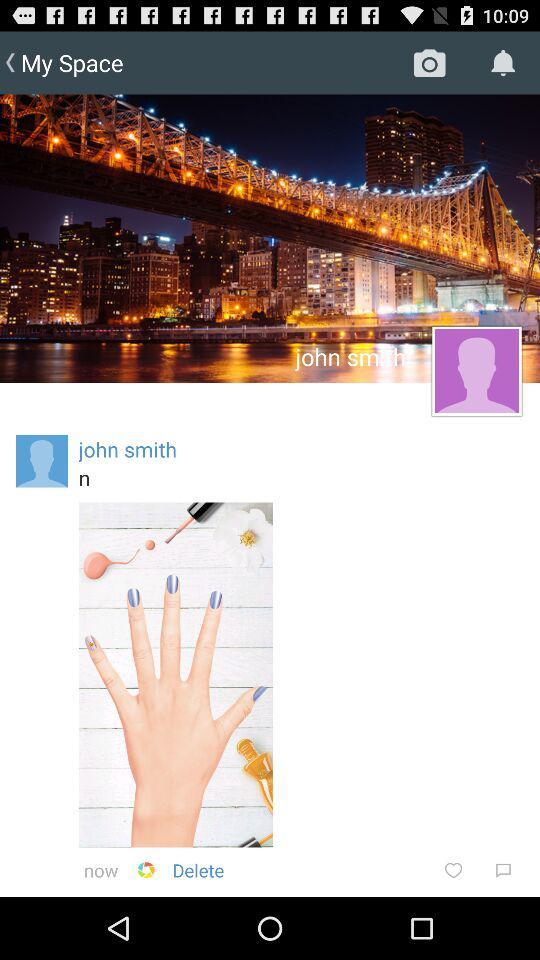 The width and height of the screenshot is (540, 960). Describe the element at coordinates (198, 869) in the screenshot. I see `the delete` at that location.